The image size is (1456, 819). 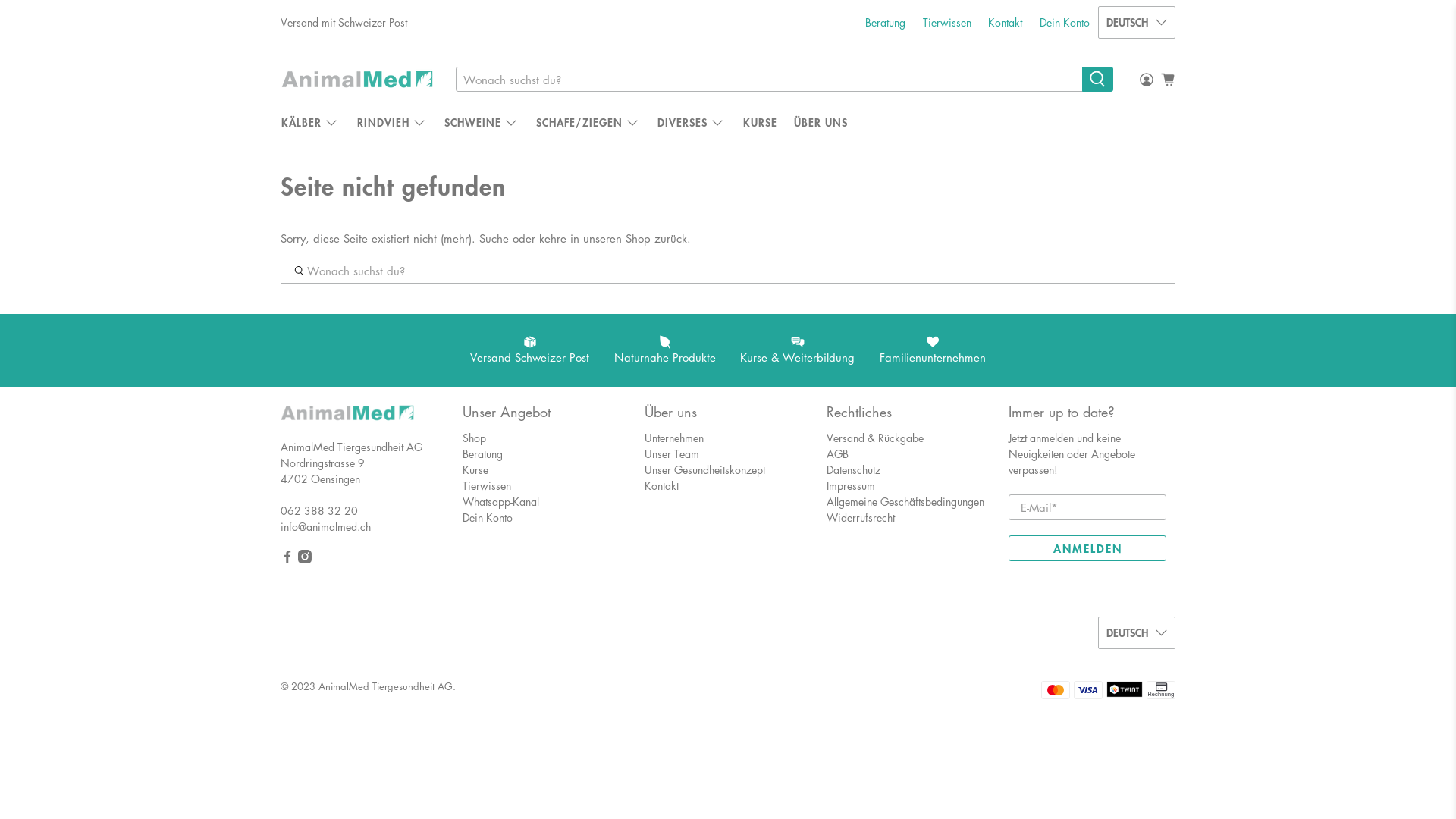 What do you see at coordinates (480, 121) in the screenshot?
I see `'SCHWEINE'` at bounding box center [480, 121].